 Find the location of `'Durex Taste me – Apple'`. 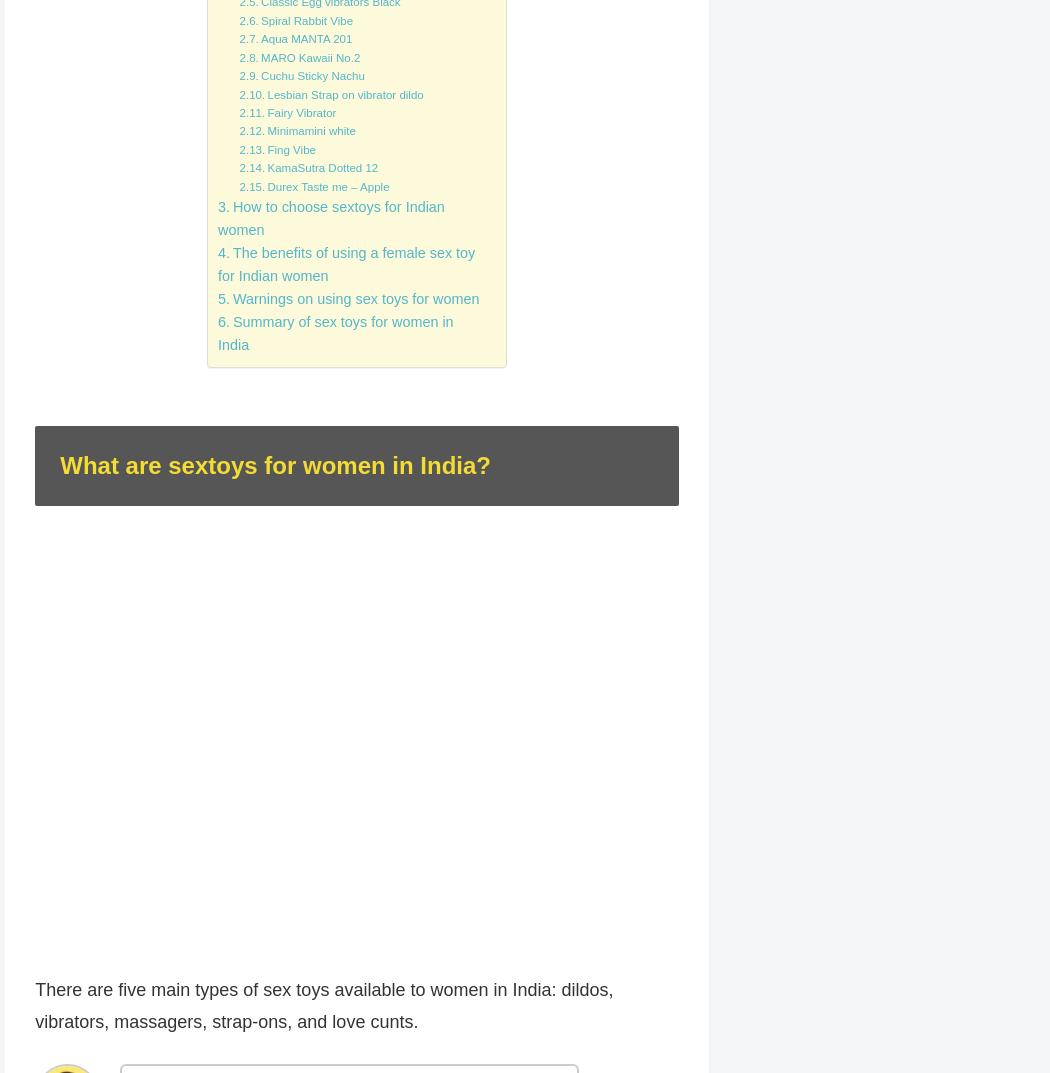

'Durex Taste me – Apple' is located at coordinates (328, 185).